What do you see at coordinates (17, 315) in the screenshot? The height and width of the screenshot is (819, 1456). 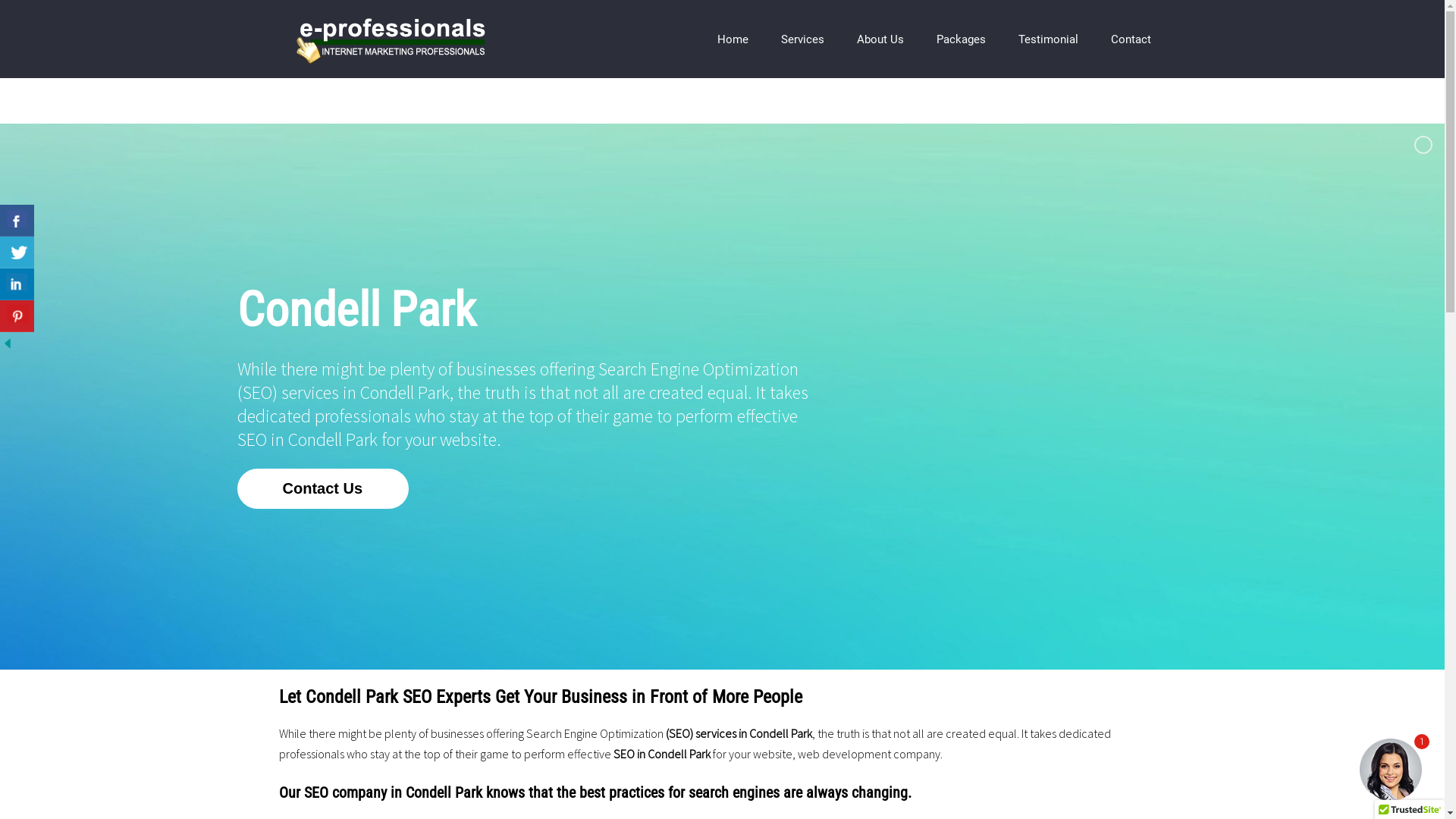 I see `'Share On Pinterest'` at bounding box center [17, 315].